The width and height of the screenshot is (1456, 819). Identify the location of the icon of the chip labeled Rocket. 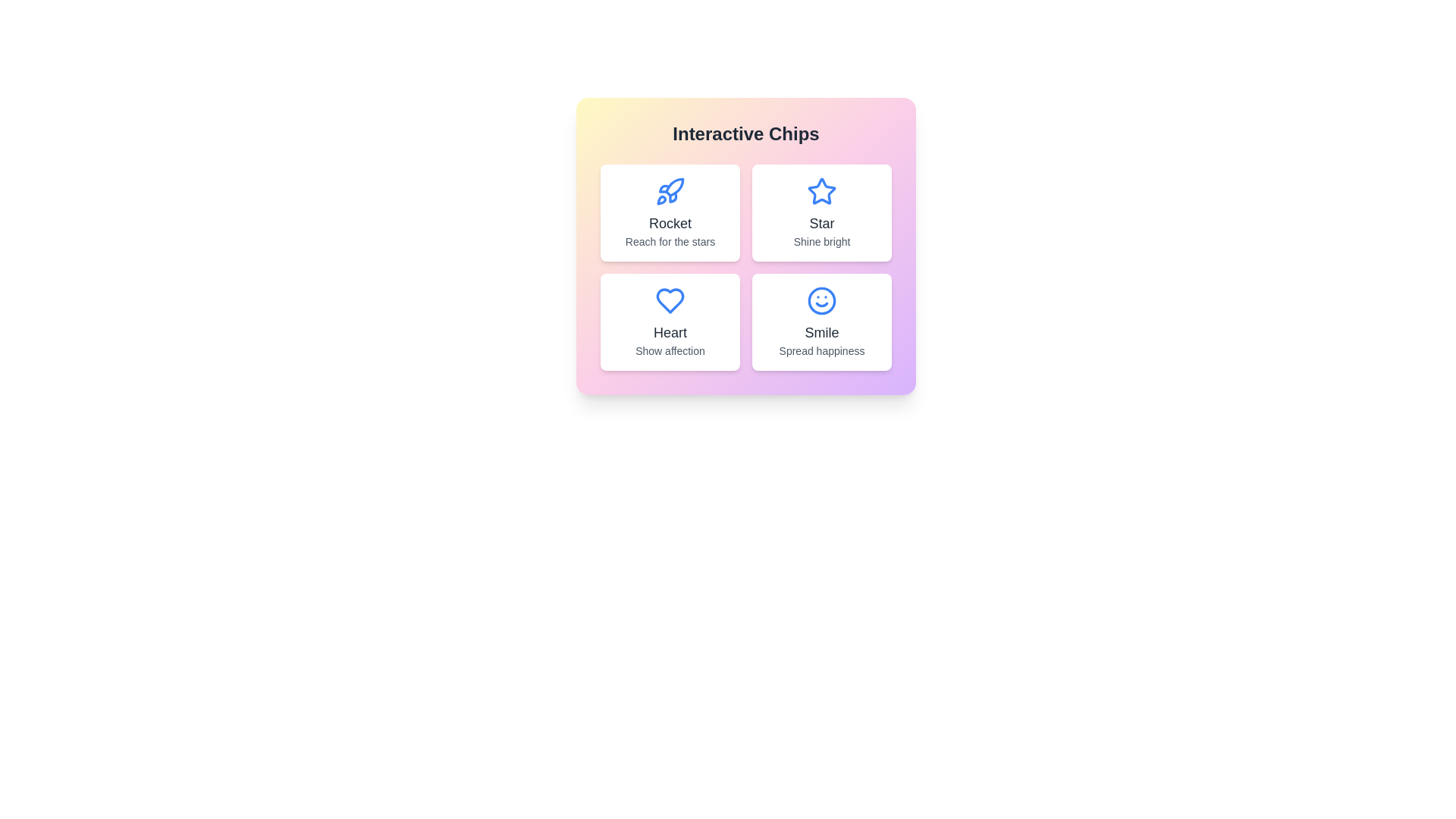
(669, 191).